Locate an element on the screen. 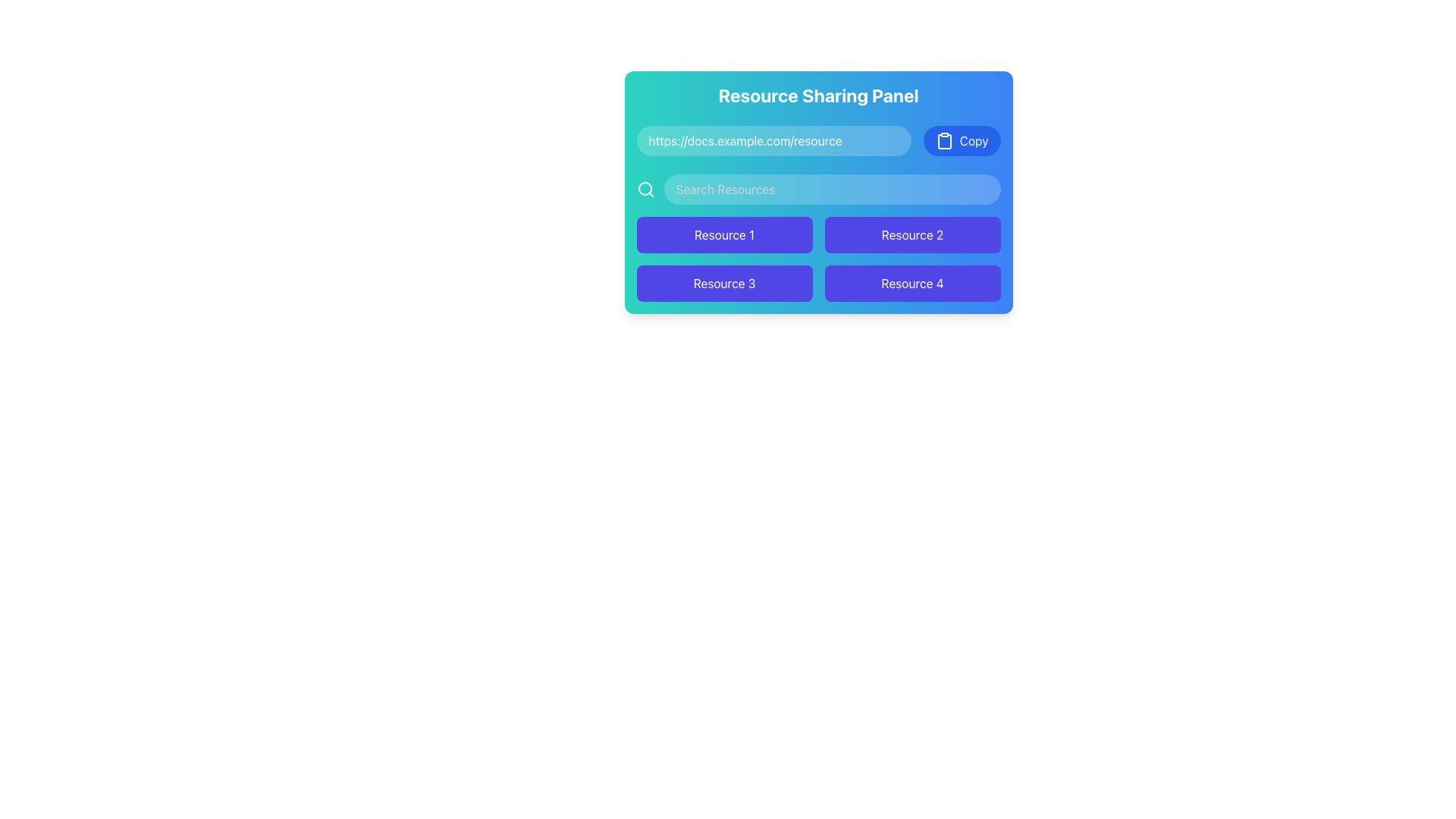 This screenshot has height=819, width=1456. the top-left button in the grid layout is located at coordinates (723, 234).